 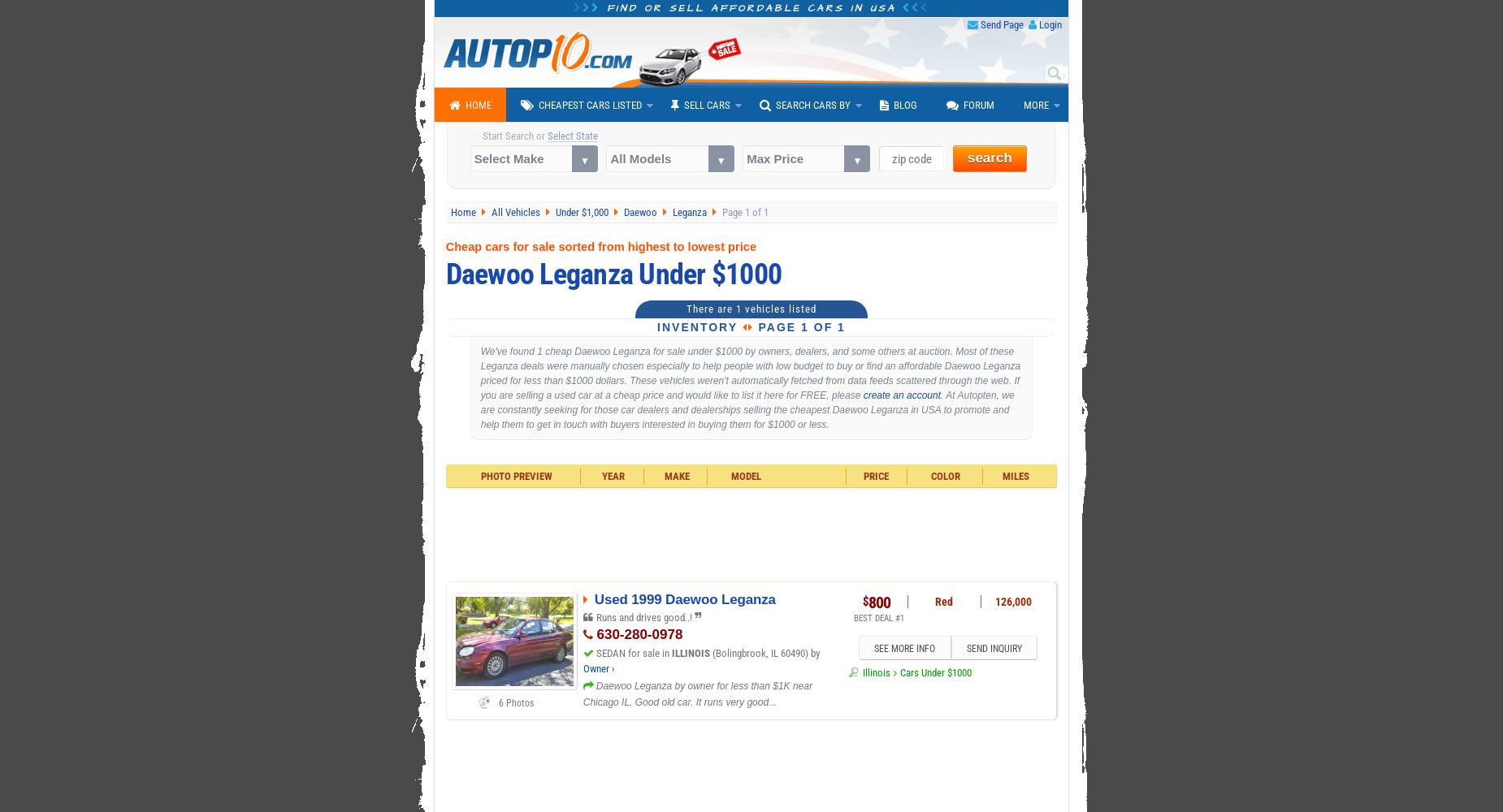 I want to click on 'Model', so click(x=746, y=475).